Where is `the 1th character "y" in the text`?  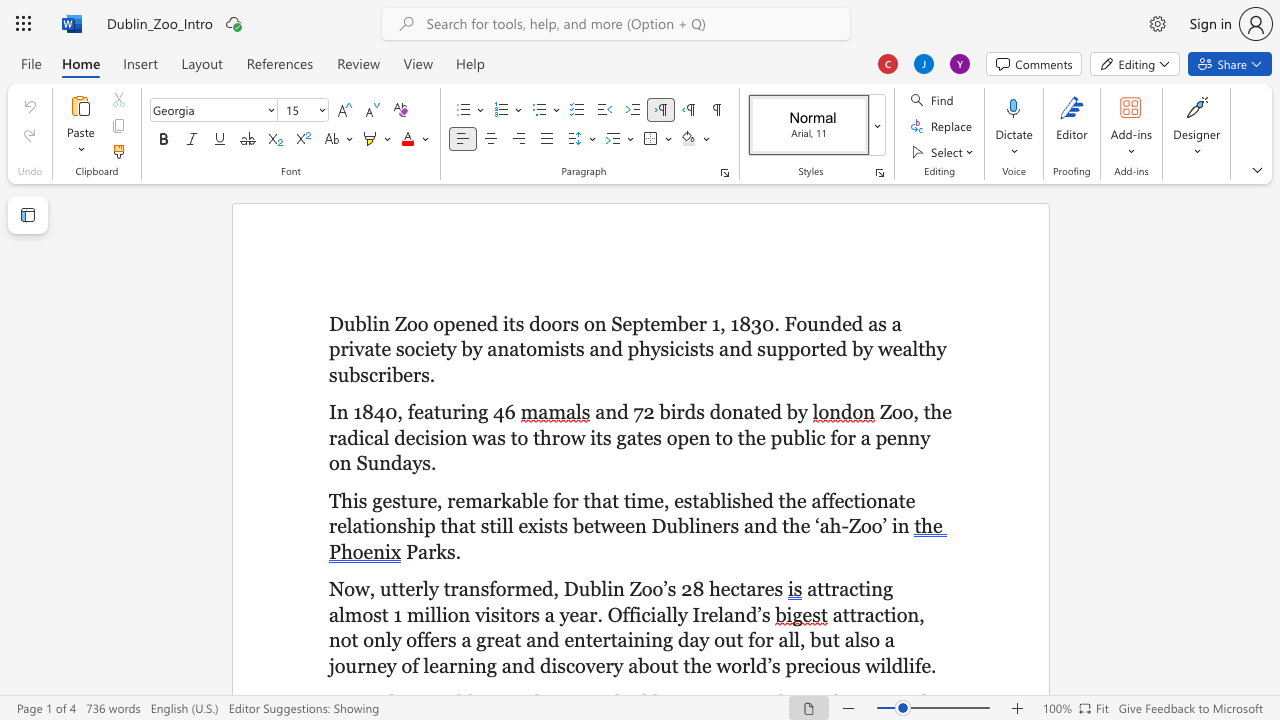 the 1th character "y" in the text is located at coordinates (802, 411).